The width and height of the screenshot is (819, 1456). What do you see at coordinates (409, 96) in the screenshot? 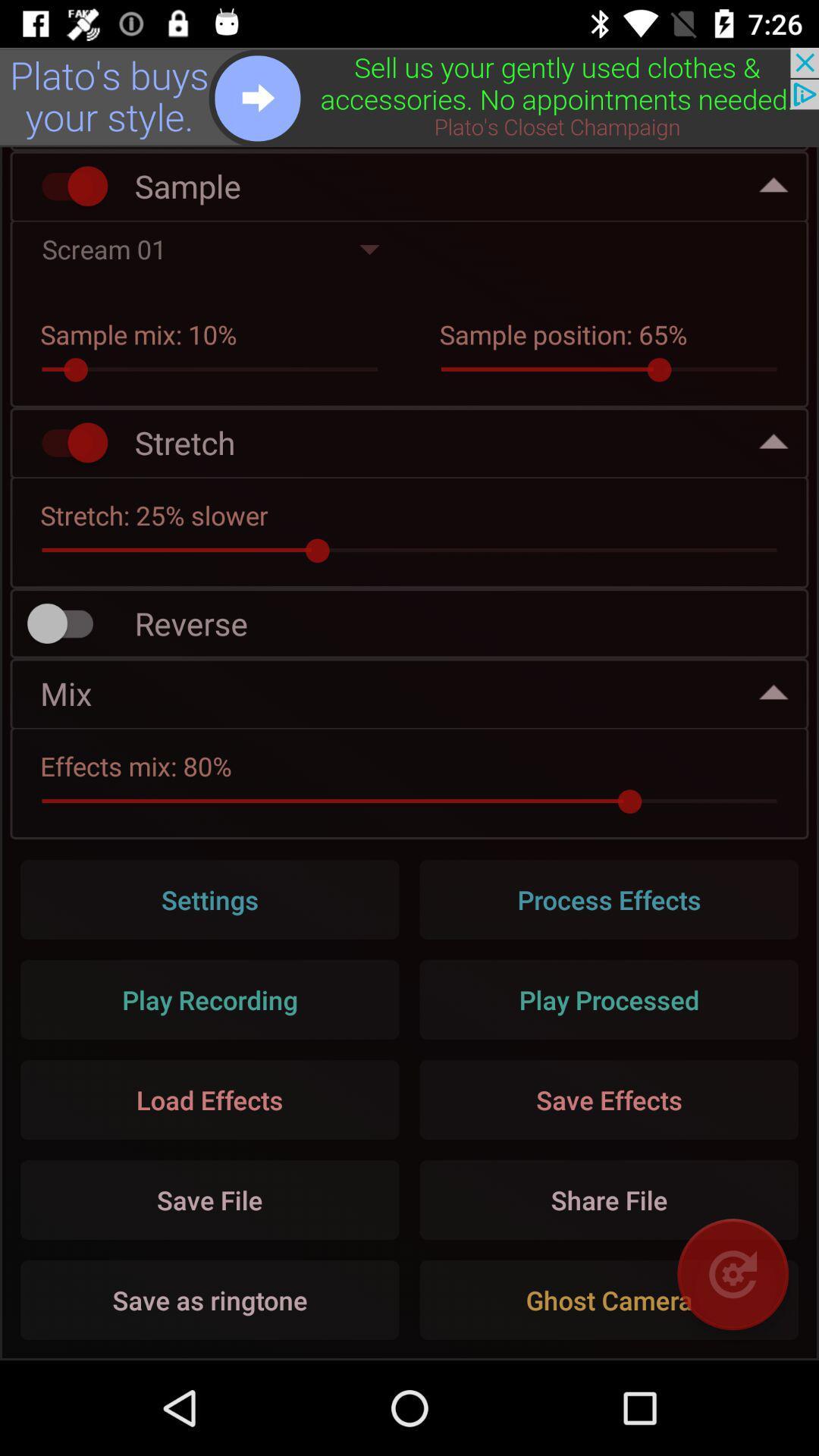
I see `advertisement` at bounding box center [409, 96].